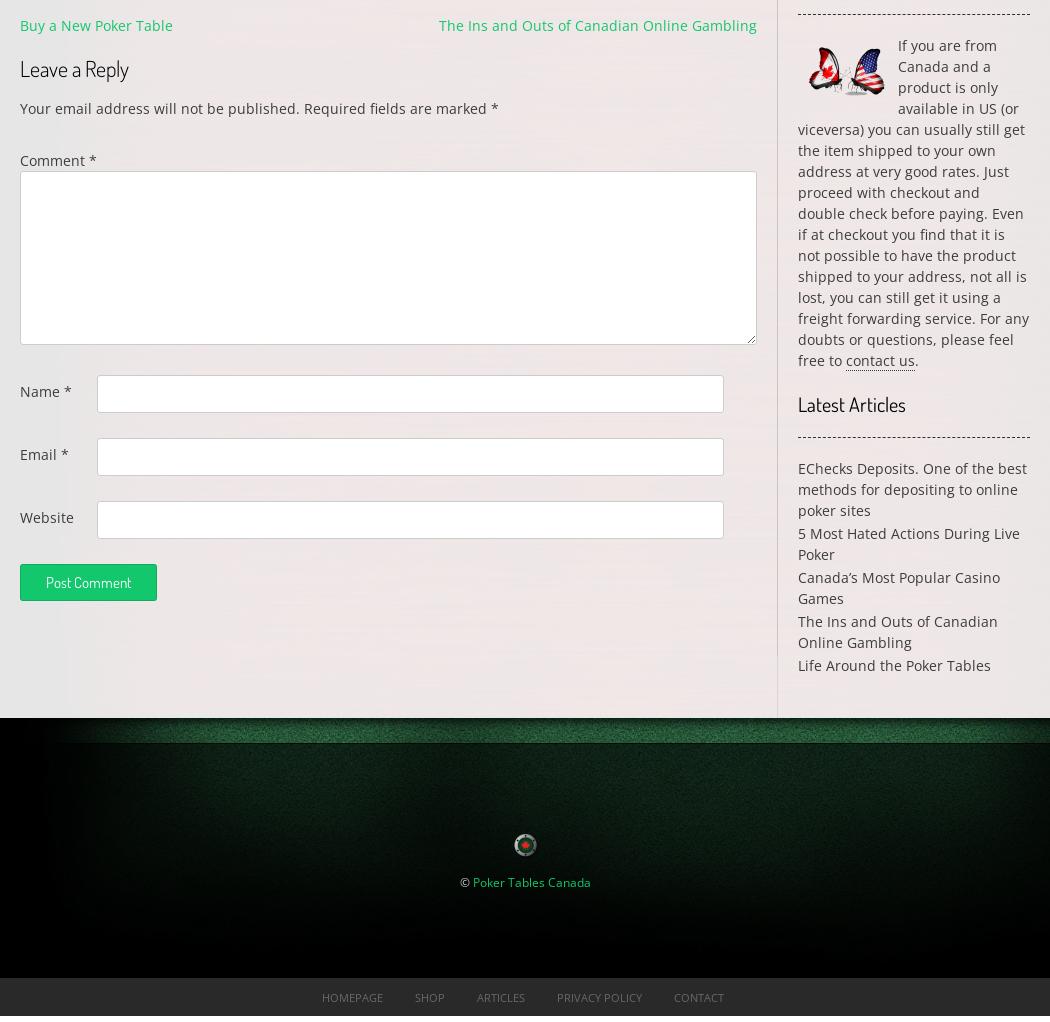  I want to click on 'Latest Articles', so click(851, 403).